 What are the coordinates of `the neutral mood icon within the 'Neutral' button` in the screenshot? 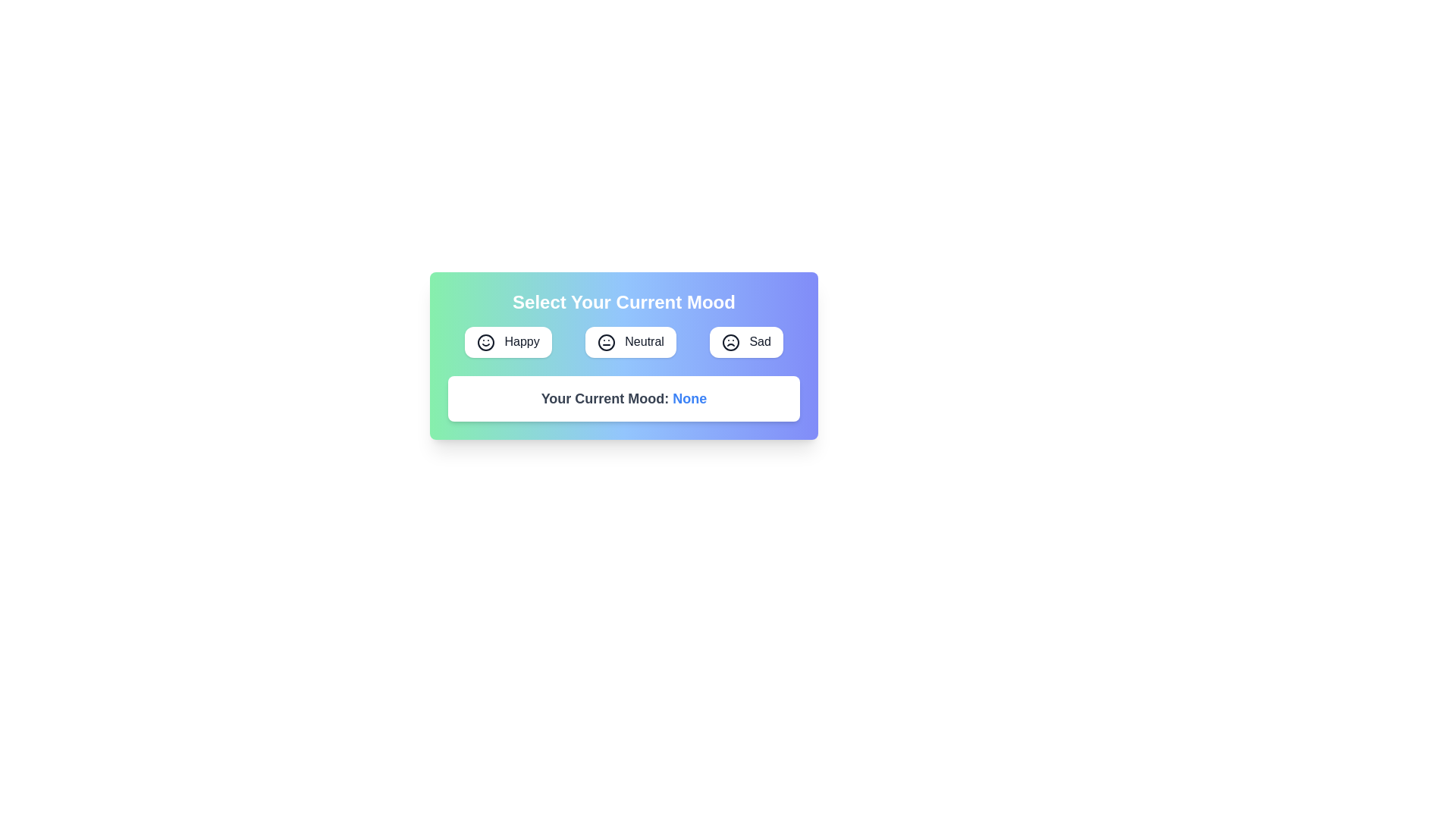 It's located at (605, 342).